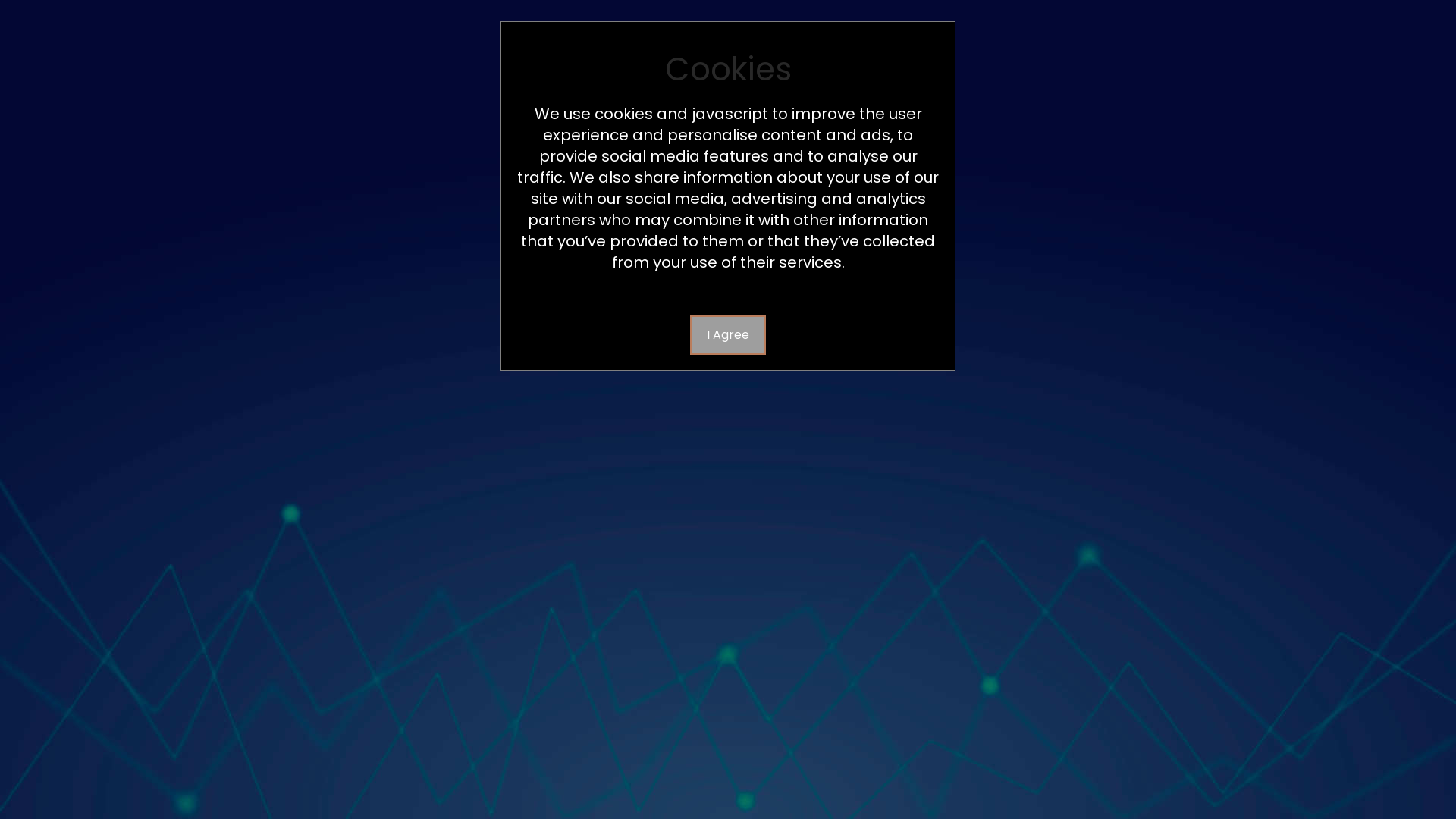  Describe the element at coordinates (728, 334) in the screenshot. I see `'I Agree'` at that location.